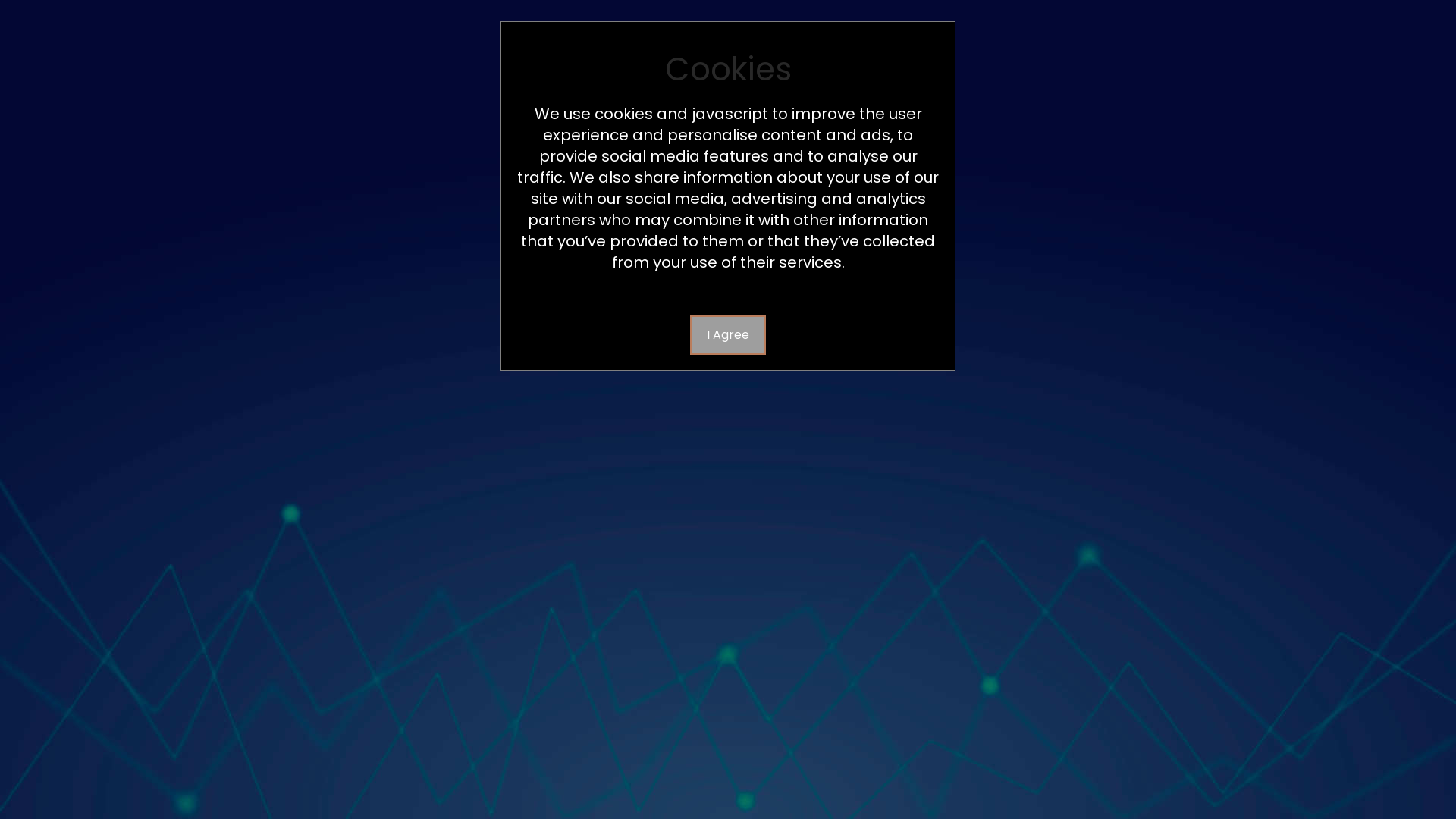  Describe the element at coordinates (728, 334) in the screenshot. I see `'I Agree'` at that location.